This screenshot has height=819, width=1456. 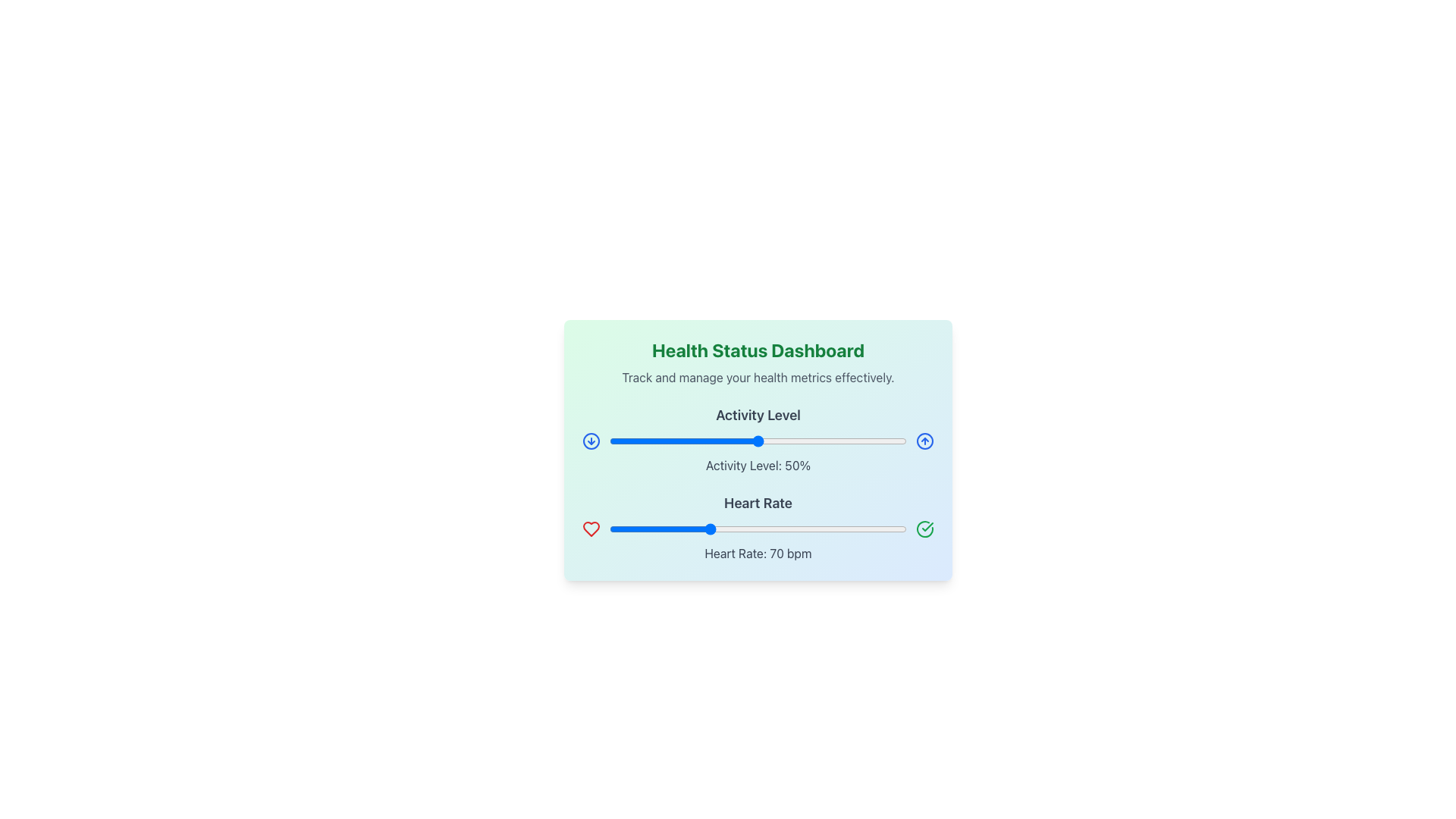 What do you see at coordinates (927, 526) in the screenshot?
I see `the small checkmark icon within a green circular background located at the bottom-right corner of the health dashboard` at bounding box center [927, 526].